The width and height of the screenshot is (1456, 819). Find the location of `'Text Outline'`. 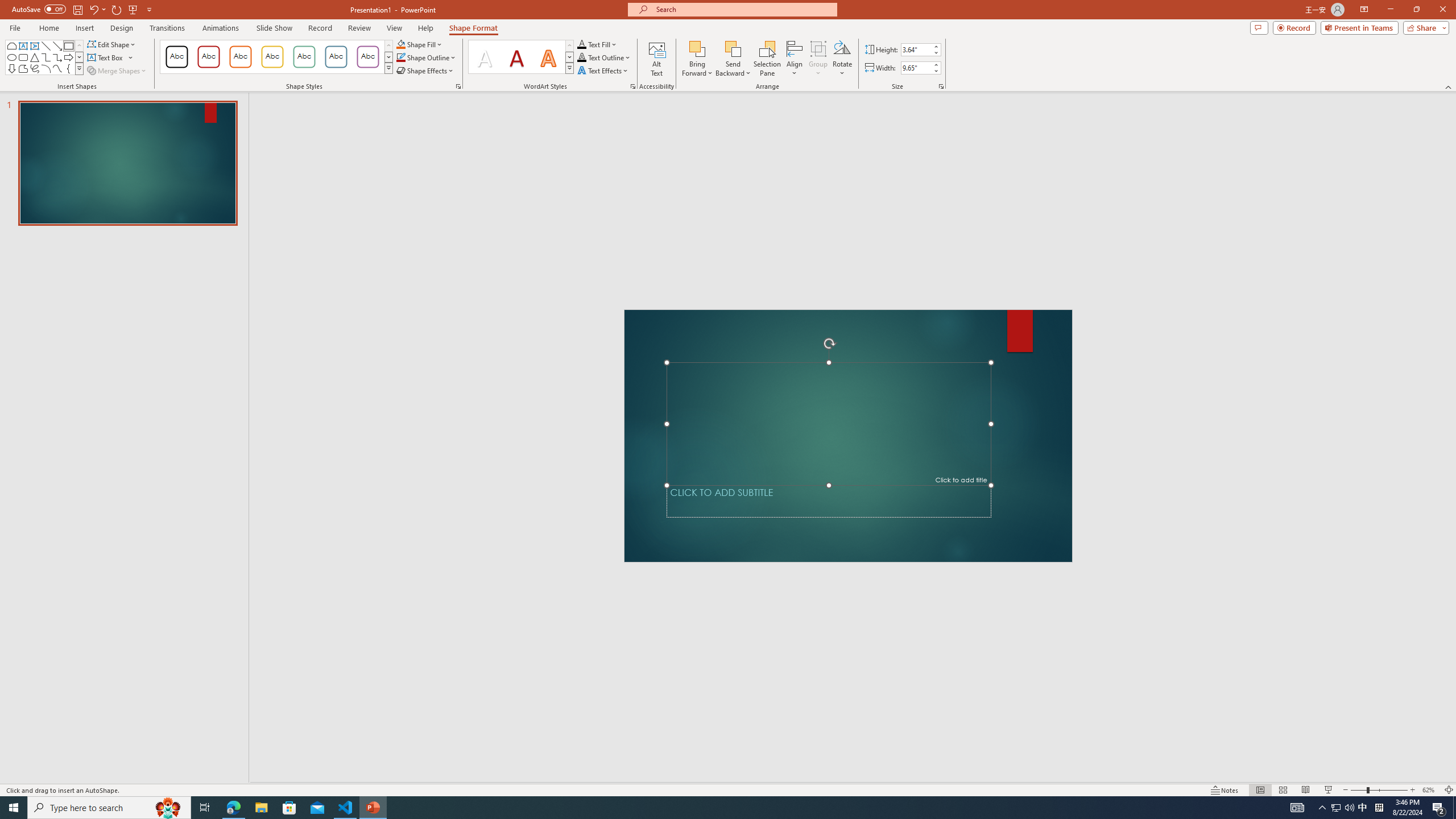

'Text Outline' is located at coordinates (603, 56).